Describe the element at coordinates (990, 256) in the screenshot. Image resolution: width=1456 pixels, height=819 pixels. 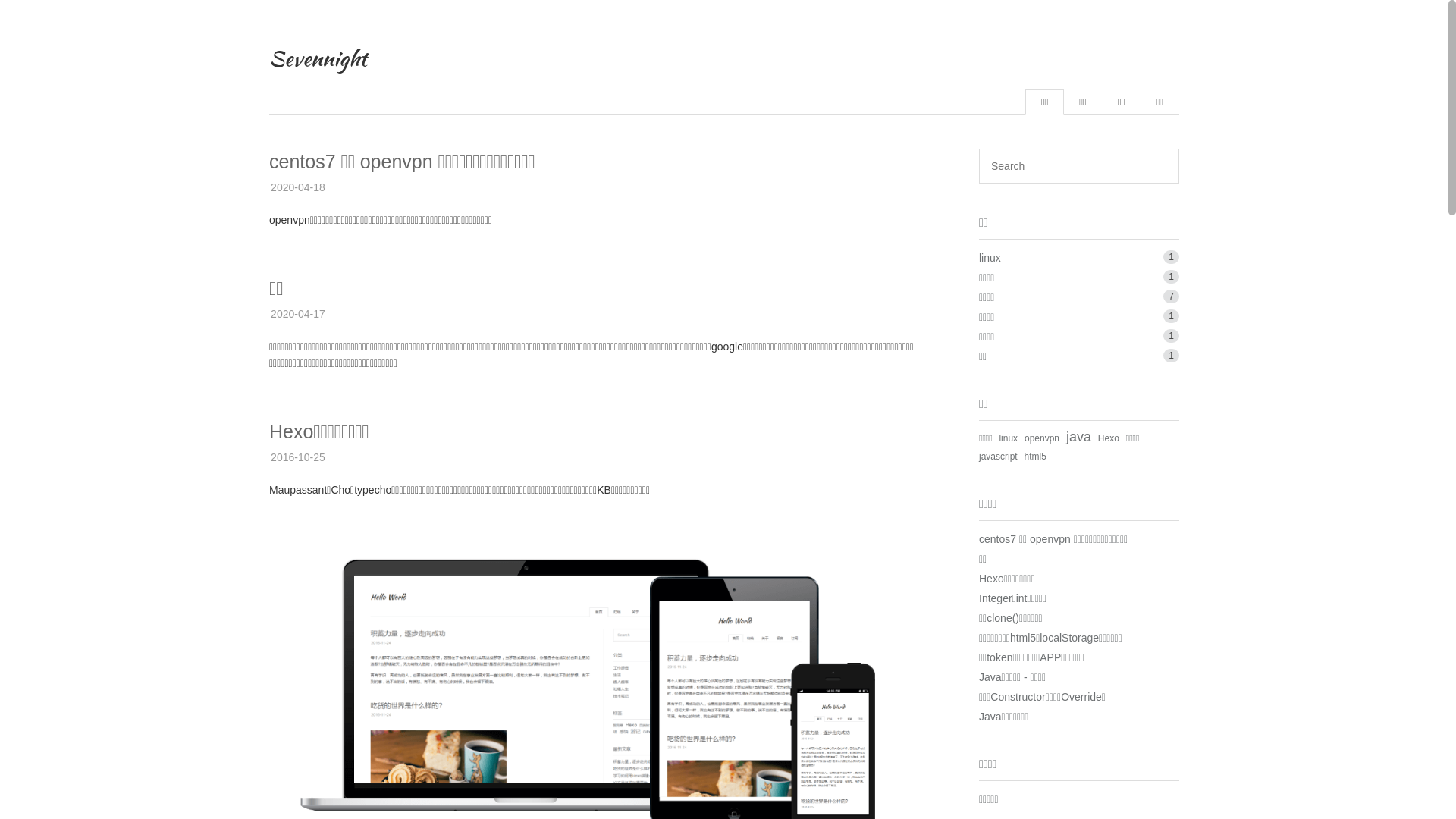
I see `'linux'` at that location.